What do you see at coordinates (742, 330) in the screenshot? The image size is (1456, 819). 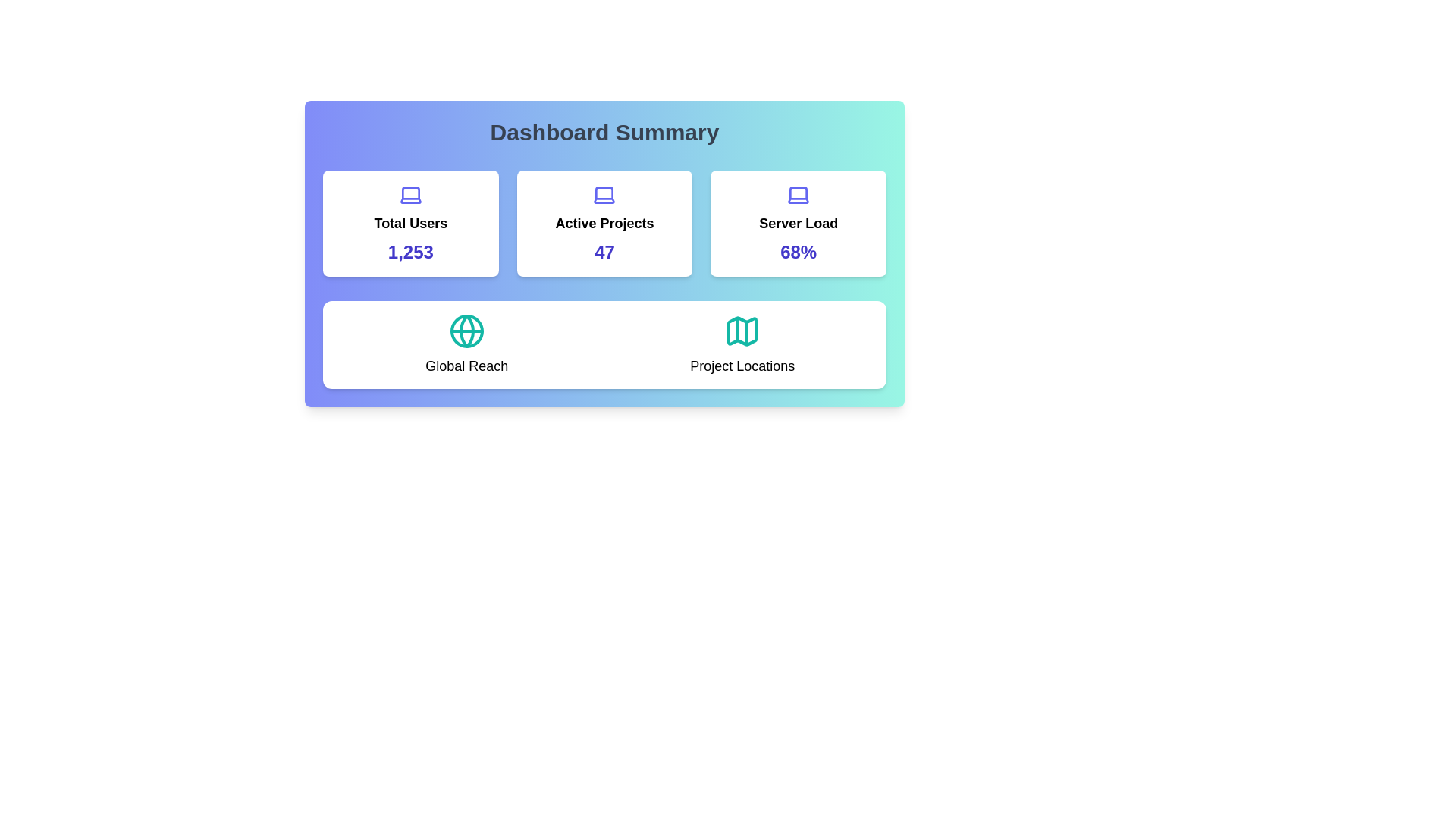 I see `the teal vector graphic icon resembling a folded map, located in the 'Project Locations' section of the interface` at bounding box center [742, 330].